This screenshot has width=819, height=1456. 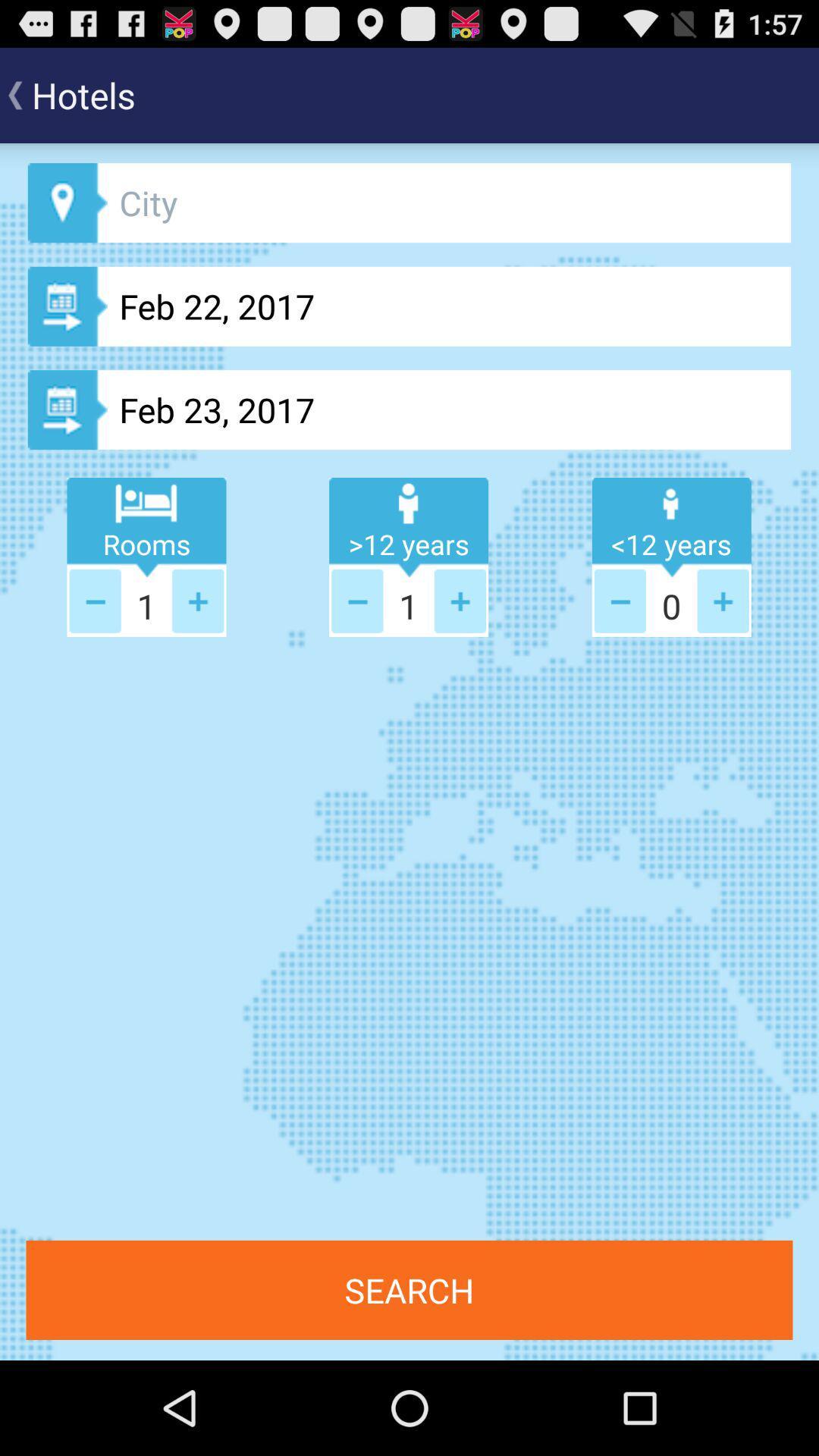 I want to click on the minus icon, so click(x=620, y=643).